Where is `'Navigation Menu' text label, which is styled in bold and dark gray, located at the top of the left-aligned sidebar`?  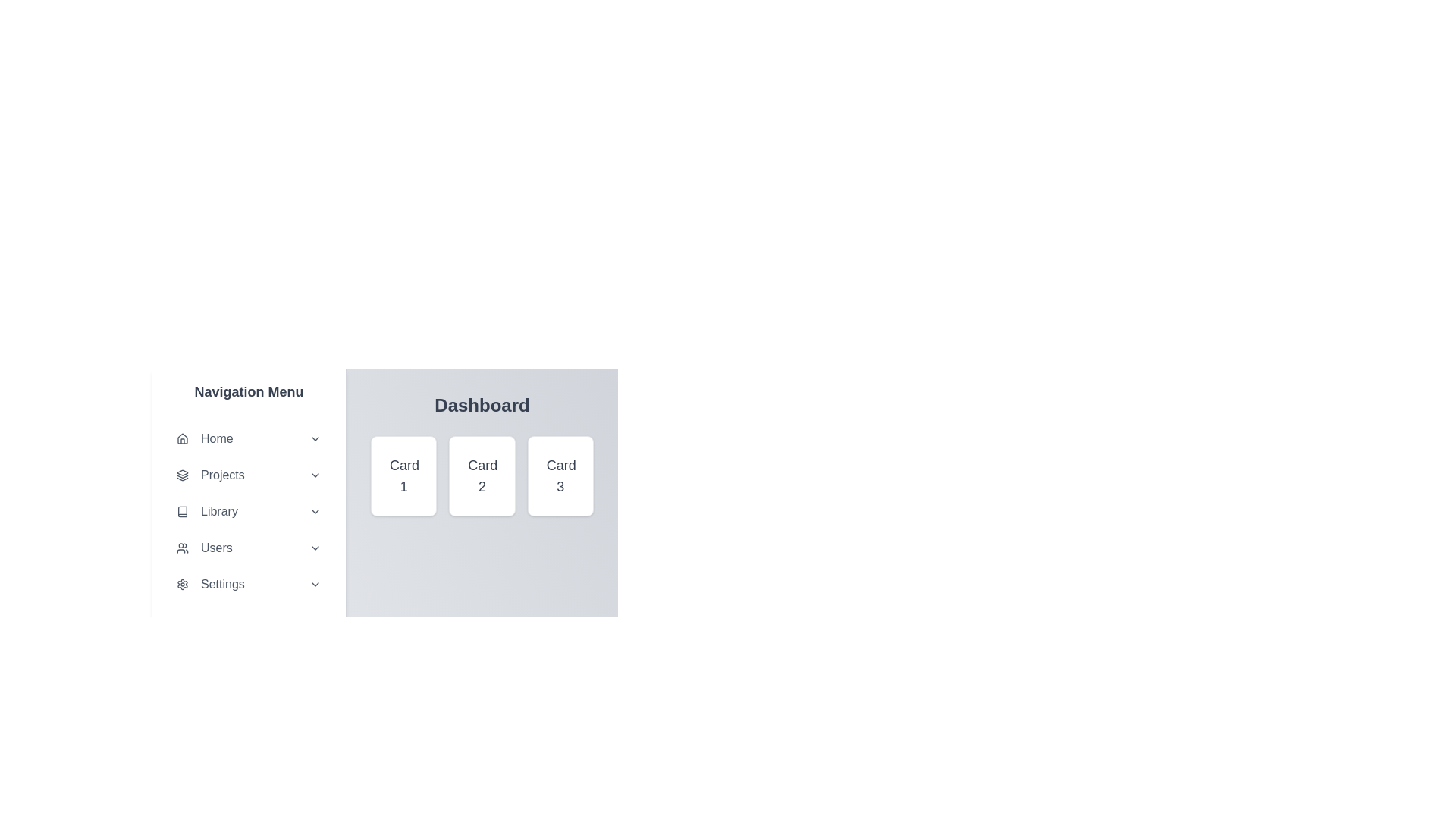 'Navigation Menu' text label, which is styled in bold and dark gray, located at the top of the left-aligned sidebar is located at coordinates (249, 391).